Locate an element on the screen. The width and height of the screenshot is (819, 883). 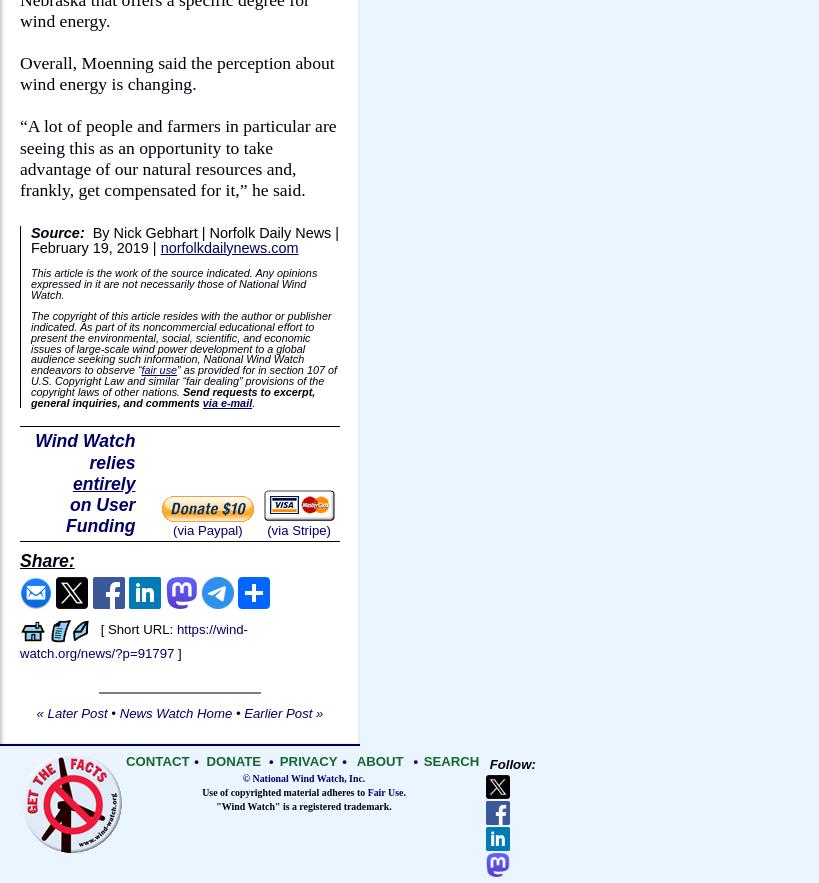
'“A lot of people and farmers in particular are seeing this as an opportunity to take advantage of our natural resources and, frankly, get compensated for it,” he said.' is located at coordinates (18, 157).